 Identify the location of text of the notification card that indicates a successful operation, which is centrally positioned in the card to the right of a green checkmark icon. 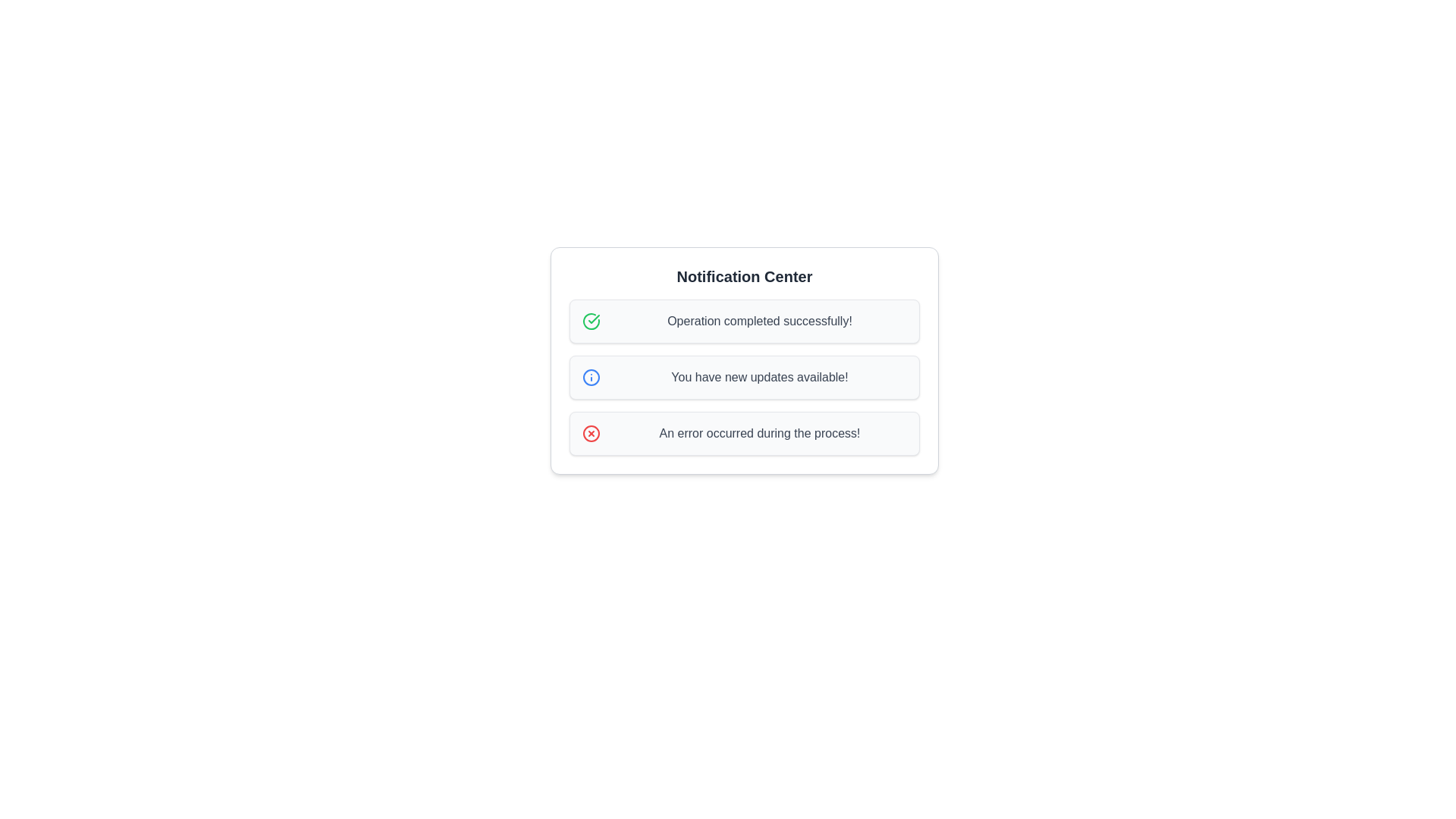
(760, 321).